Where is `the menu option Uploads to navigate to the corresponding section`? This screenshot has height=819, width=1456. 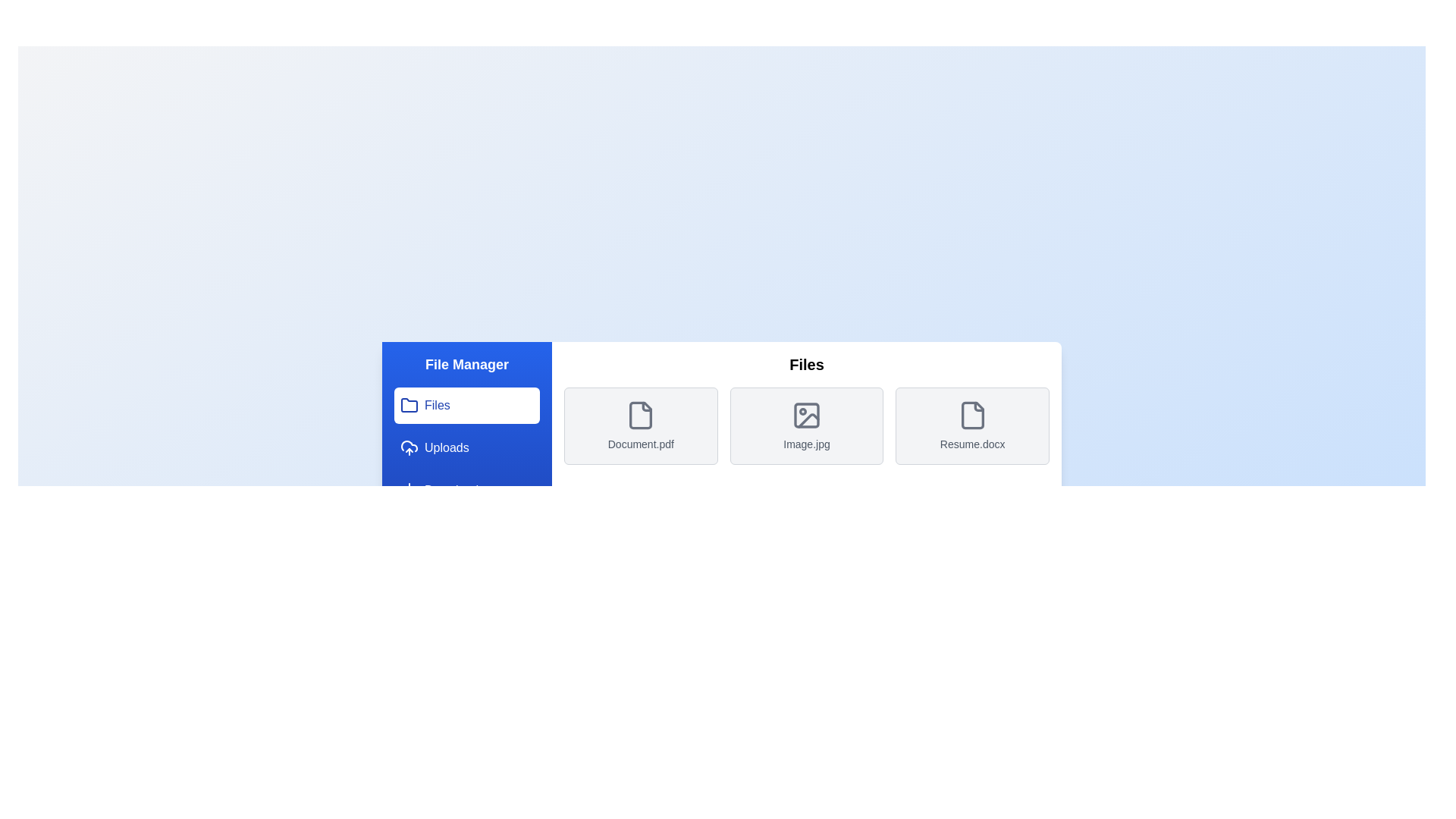 the menu option Uploads to navigate to the corresponding section is located at coordinates (466, 447).